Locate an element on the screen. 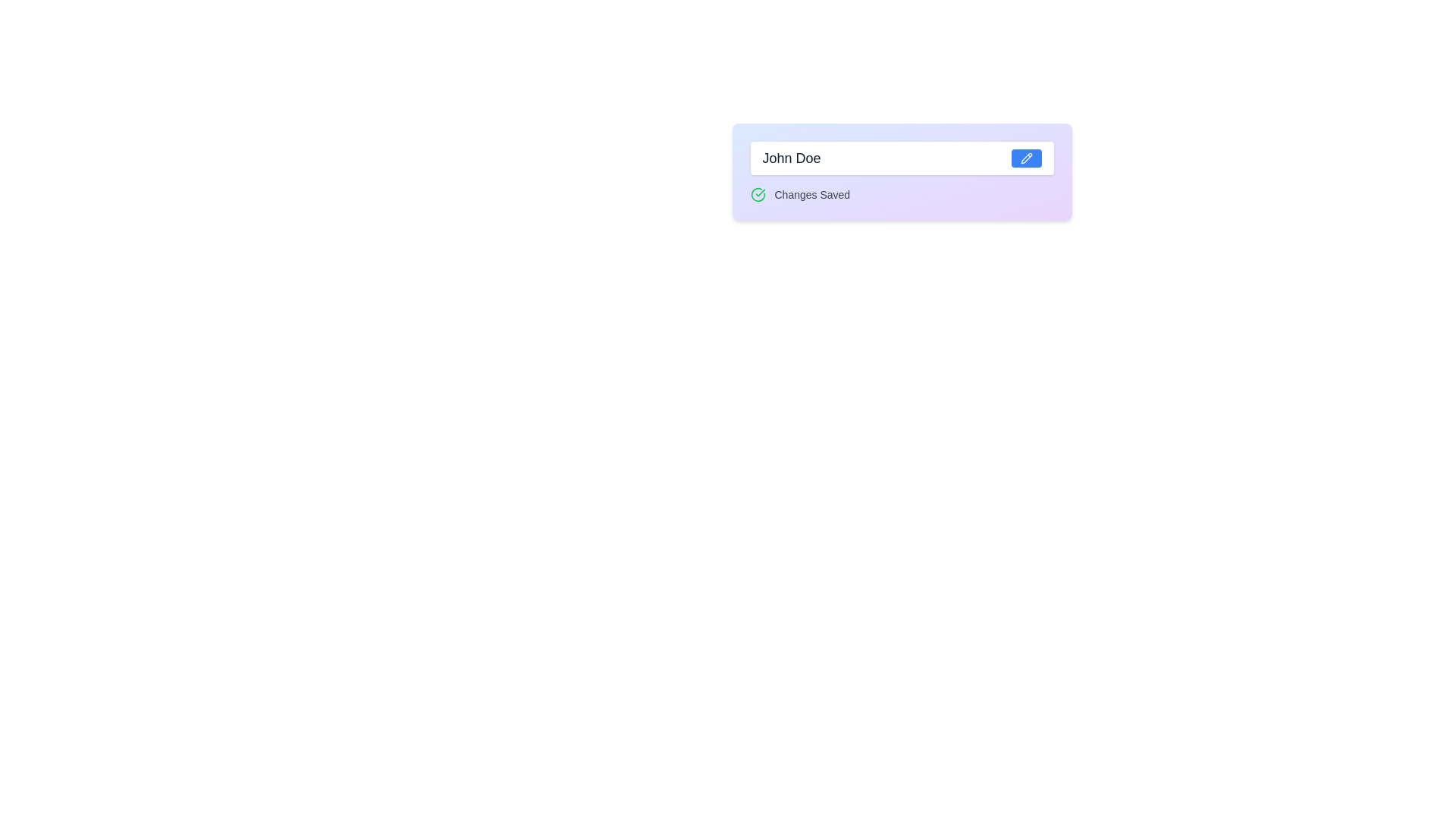  the success icon located to the left of the 'Changes Saved' text, which indicates a successful action or state is located at coordinates (758, 194).